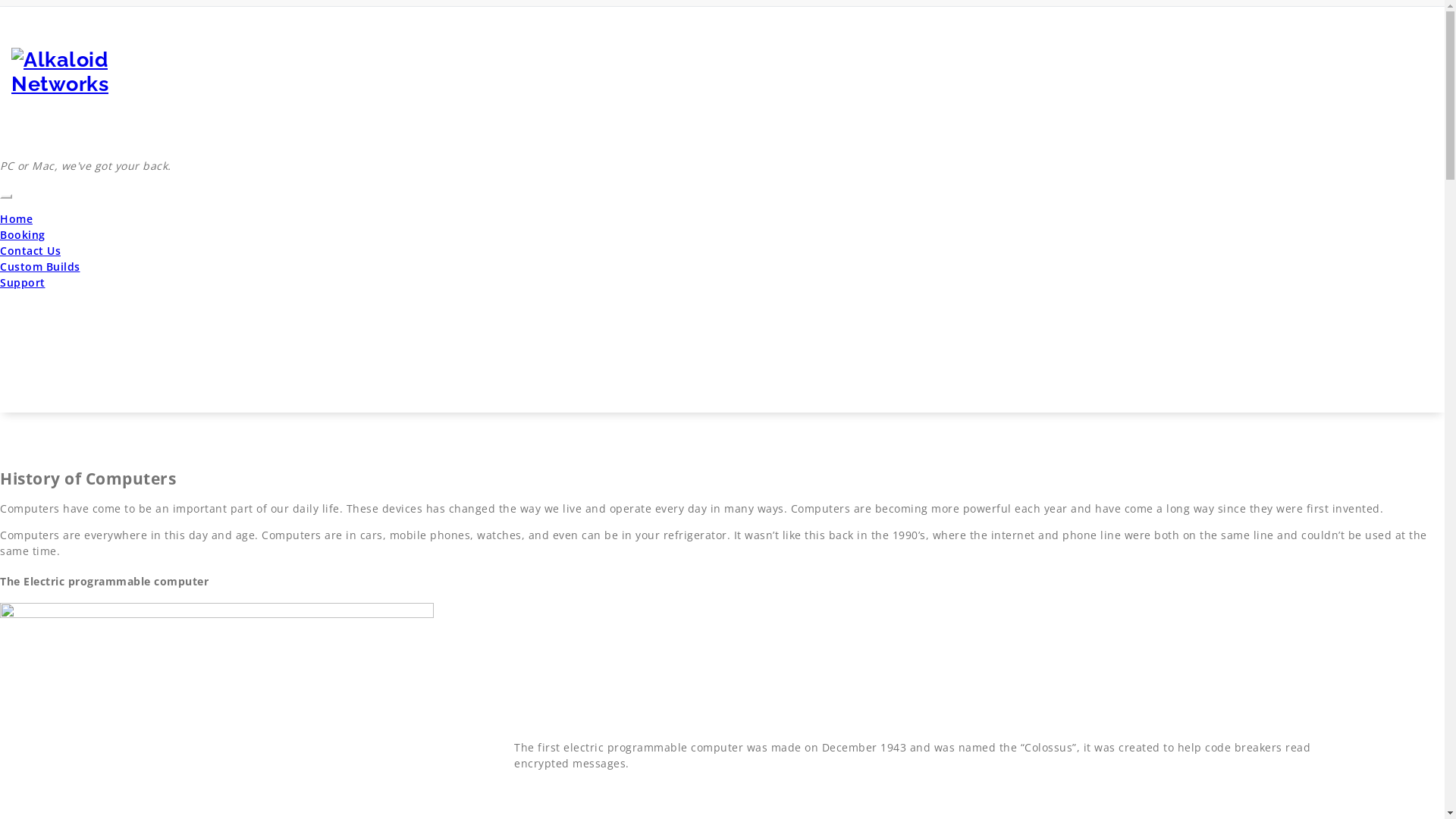 The image size is (1456, 819). I want to click on 'Contact Us', so click(30, 249).